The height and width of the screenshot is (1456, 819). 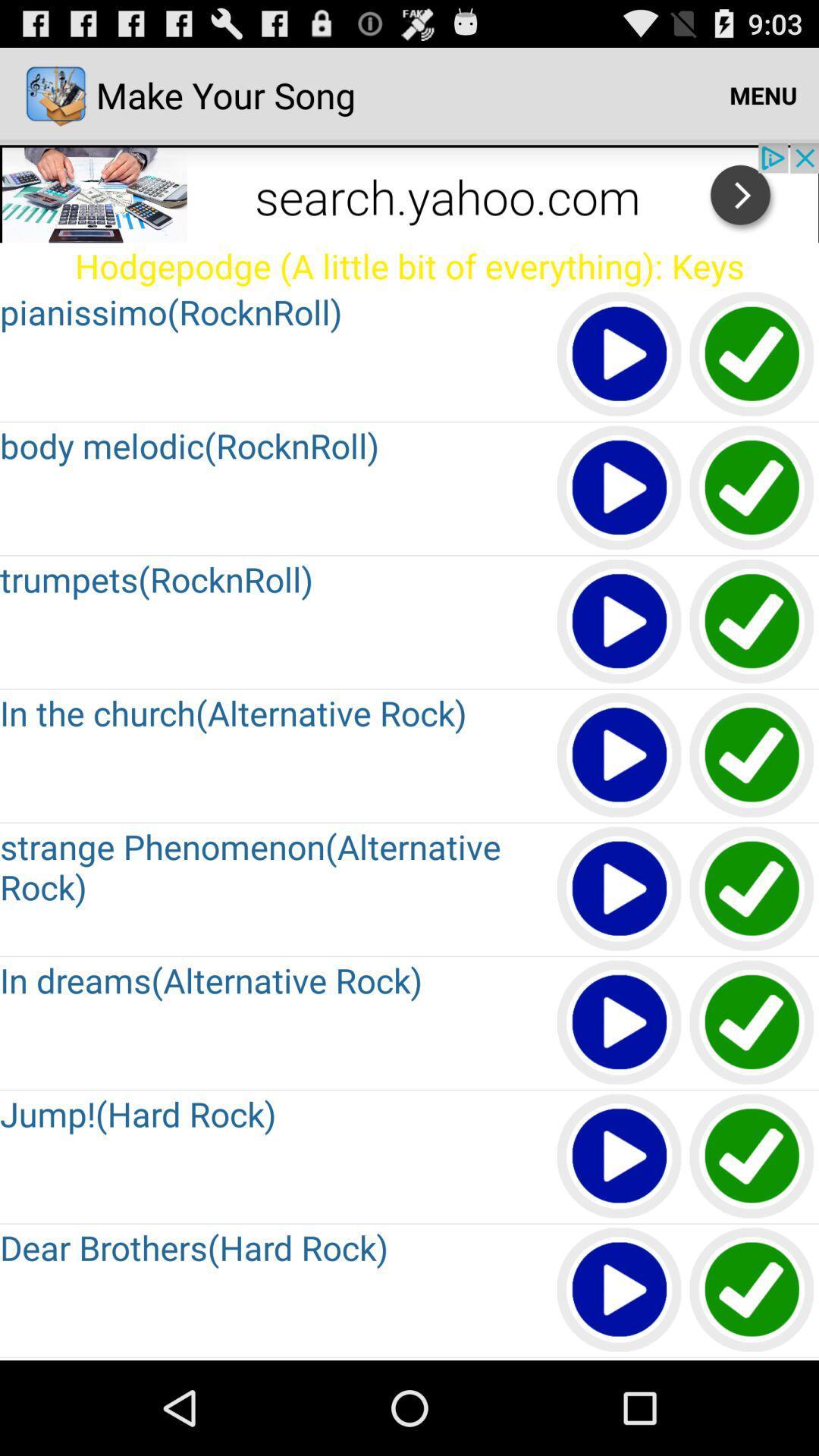 What do you see at coordinates (620, 354) in the screenshot?
I see `this song` at bounding box center [620, 354].